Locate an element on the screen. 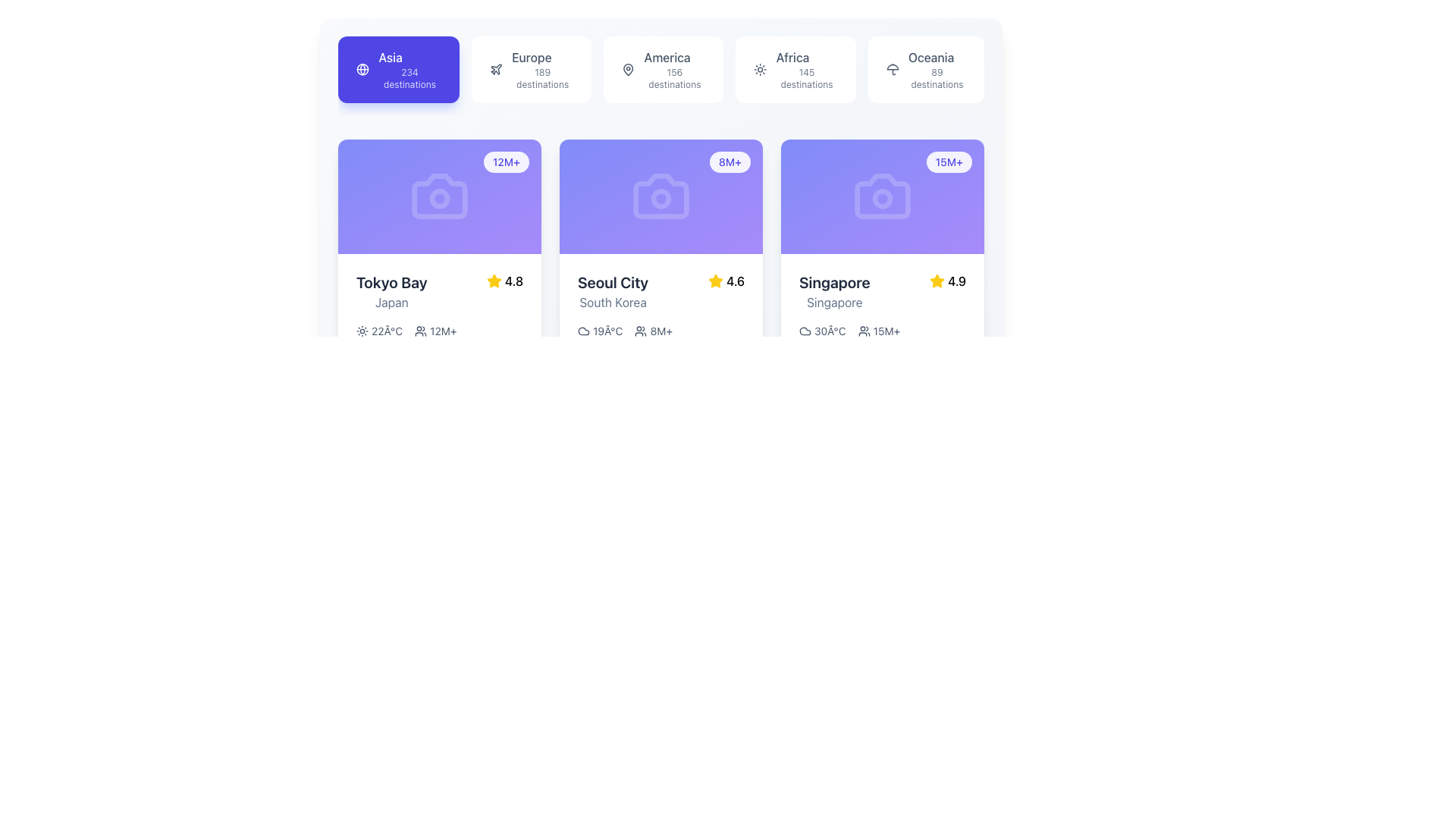  the weather and population statistics component displaying '19°C' and '8M+' in the middle card of the three-card layout for Seoul City is located at coordinates (661, 329).